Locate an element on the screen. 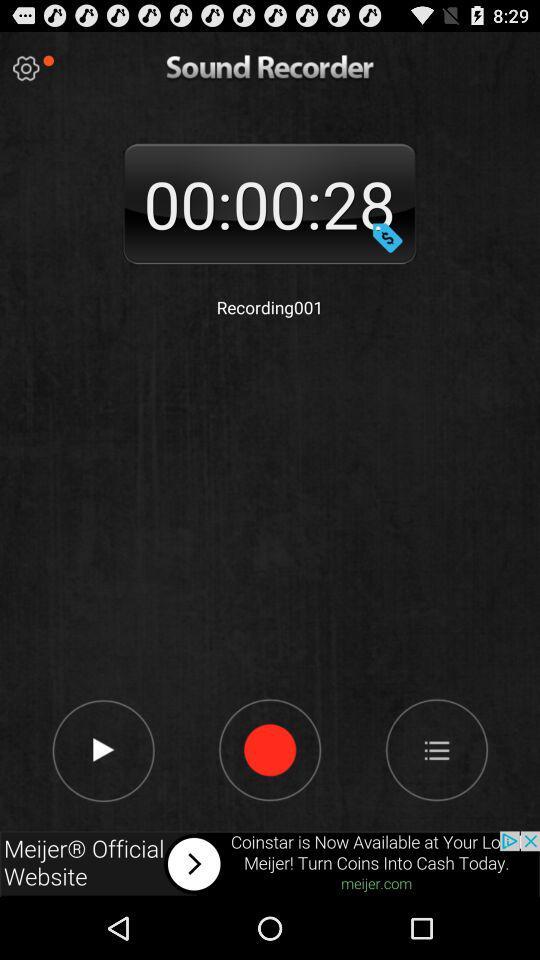 This screenshot has width=540, height=960. button is located at coordinates (103, 748).